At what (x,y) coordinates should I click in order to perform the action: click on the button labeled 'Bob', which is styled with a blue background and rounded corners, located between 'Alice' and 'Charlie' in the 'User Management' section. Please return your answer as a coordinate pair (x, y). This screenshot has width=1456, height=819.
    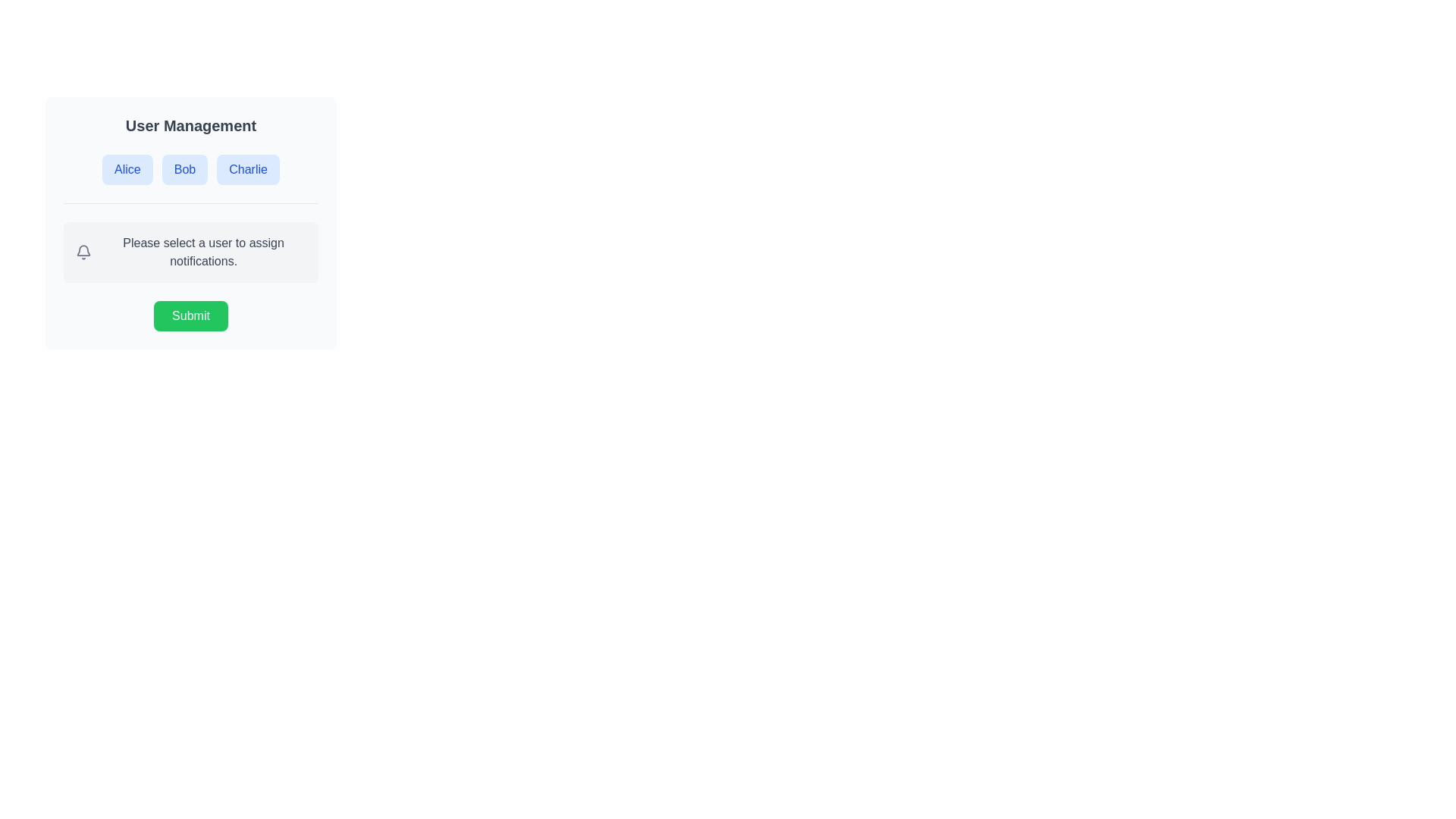
    Looking at the image, I should click on (190, 169).